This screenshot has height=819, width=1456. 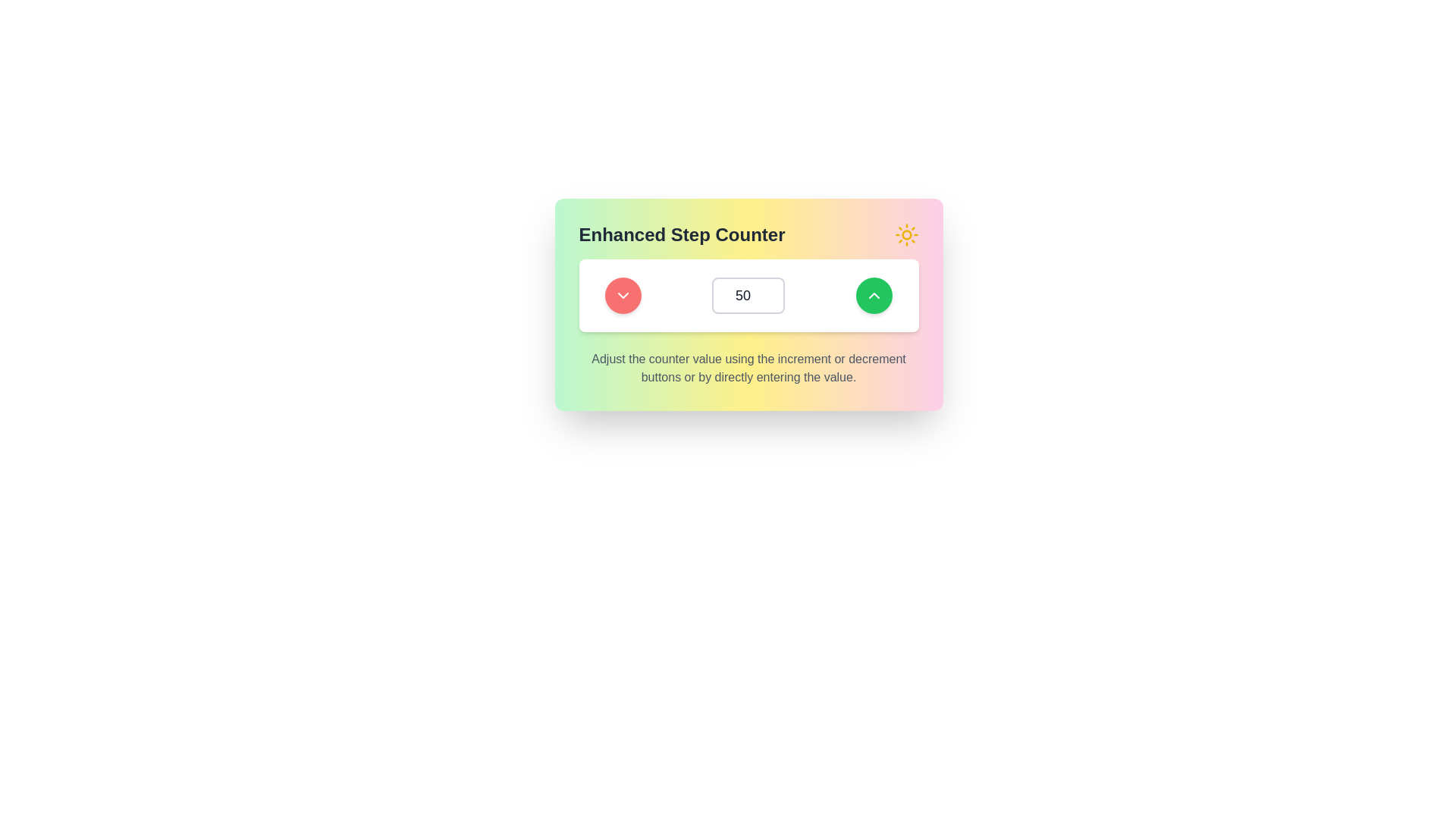 What do you see at coordinates (623, 295) in the screenshot?
I see `the button with a downward-facing chevron icon located on the left side of the rectangular box displaying the number '50'` at bounding box center [623, 295].